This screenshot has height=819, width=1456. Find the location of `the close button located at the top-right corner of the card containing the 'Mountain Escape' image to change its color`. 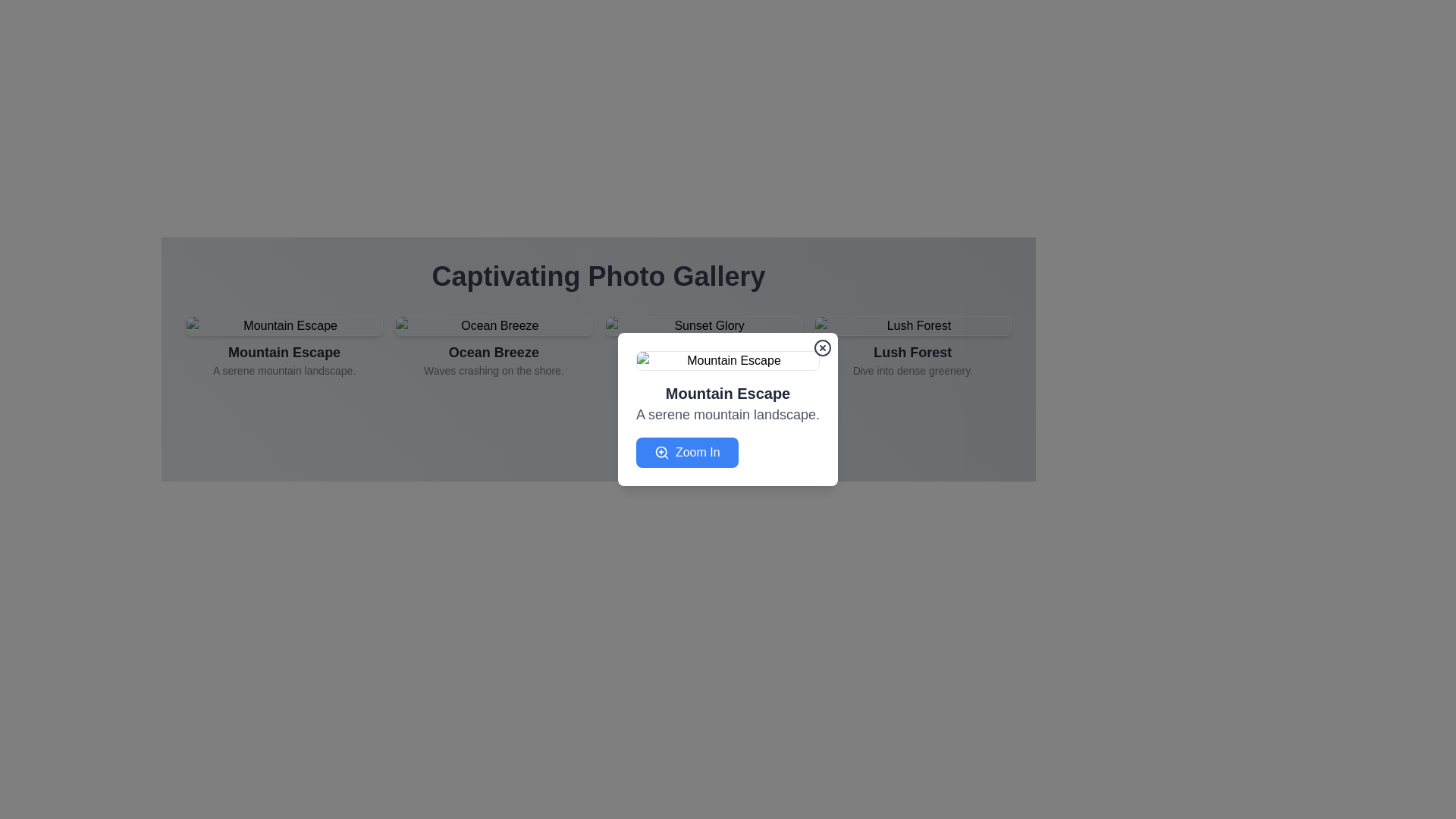

the close button located at the top-right corner of the card containing the 'Mountain Escape' image to change its color is located at coordinates (821, 348).